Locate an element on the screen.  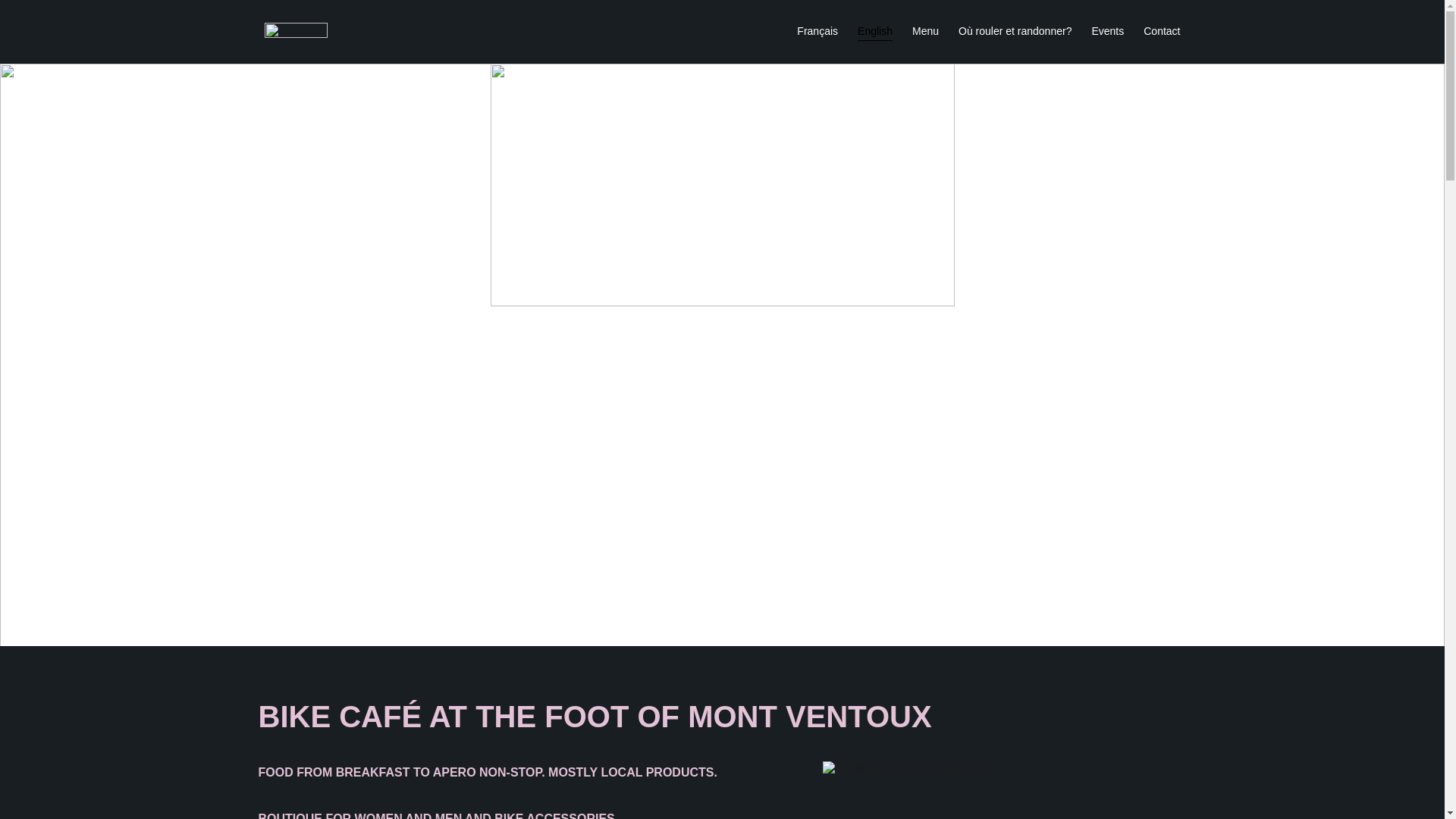
'Go to Facebook page' is located at coordinates (303, 573).